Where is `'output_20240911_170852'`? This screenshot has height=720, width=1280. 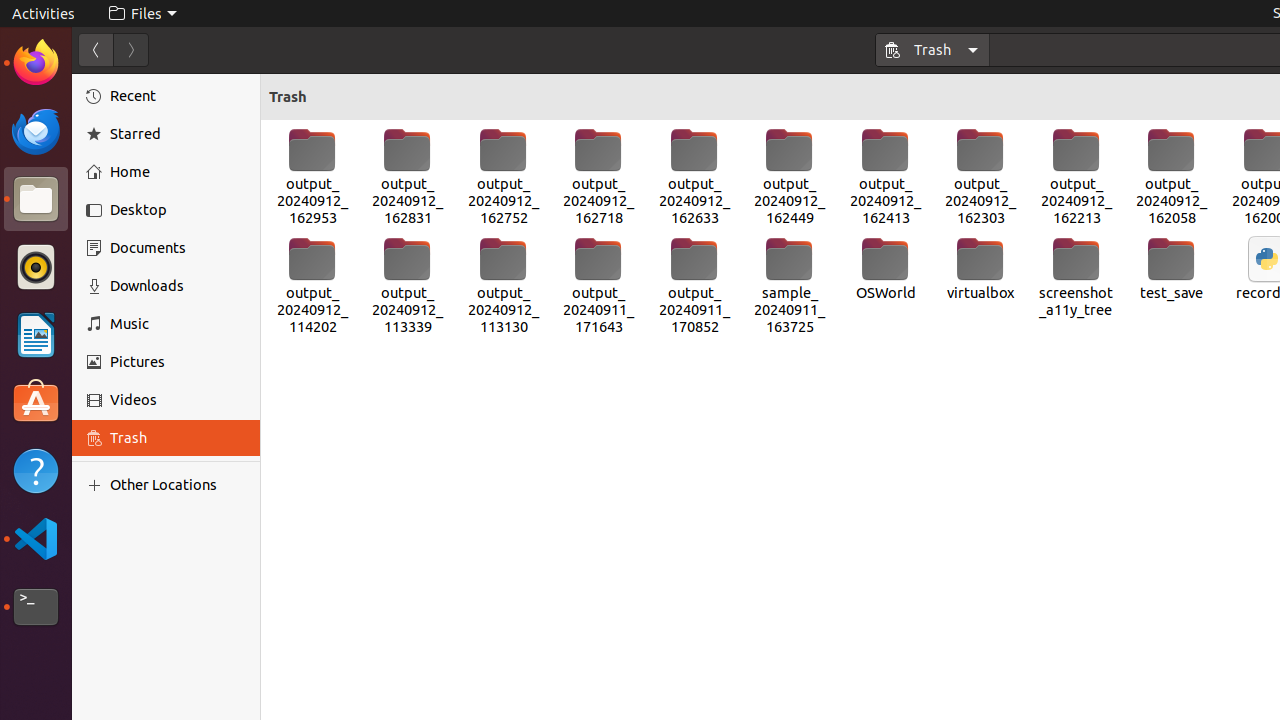 'output_20240911_170852' is located at coordinates (694, 286).